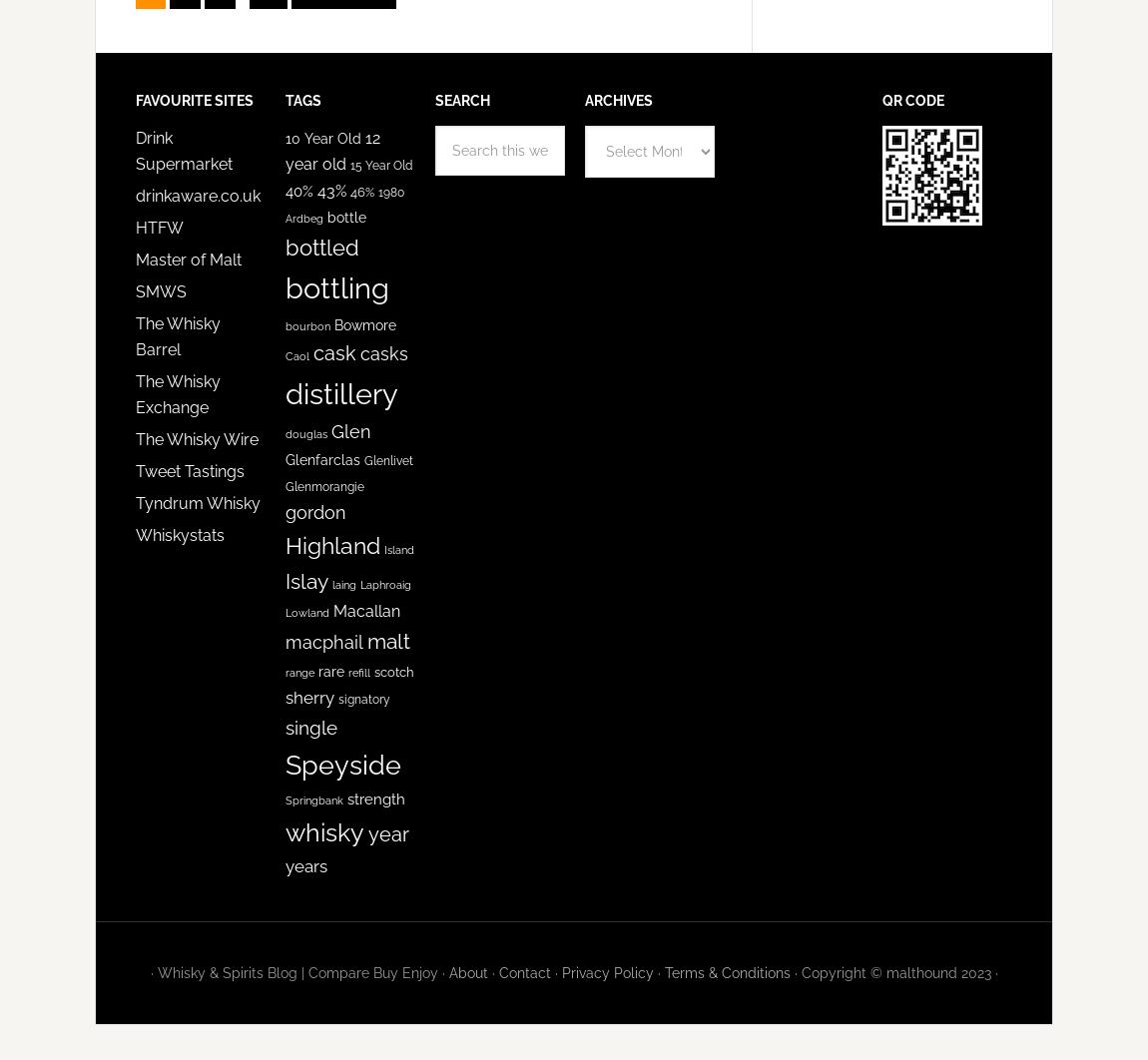 This screenshot has width=1148, height=1060. What do you see at coordinates (158, 228) in the screenshot?
I see `'HTFW'` at bounding box center [158, 228].